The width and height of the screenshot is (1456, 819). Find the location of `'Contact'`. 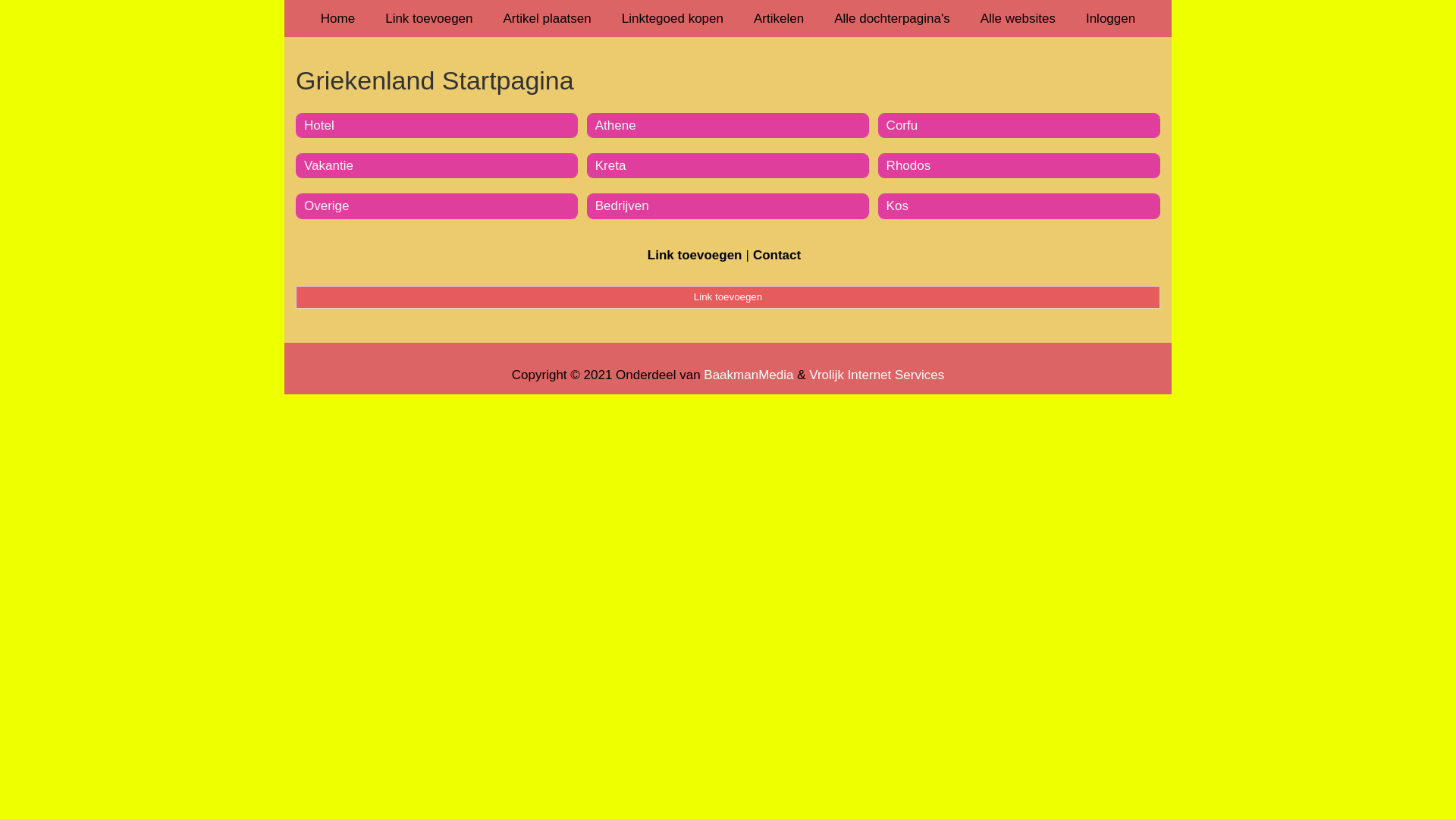

'Contact' is located at coordinates (777, 254).